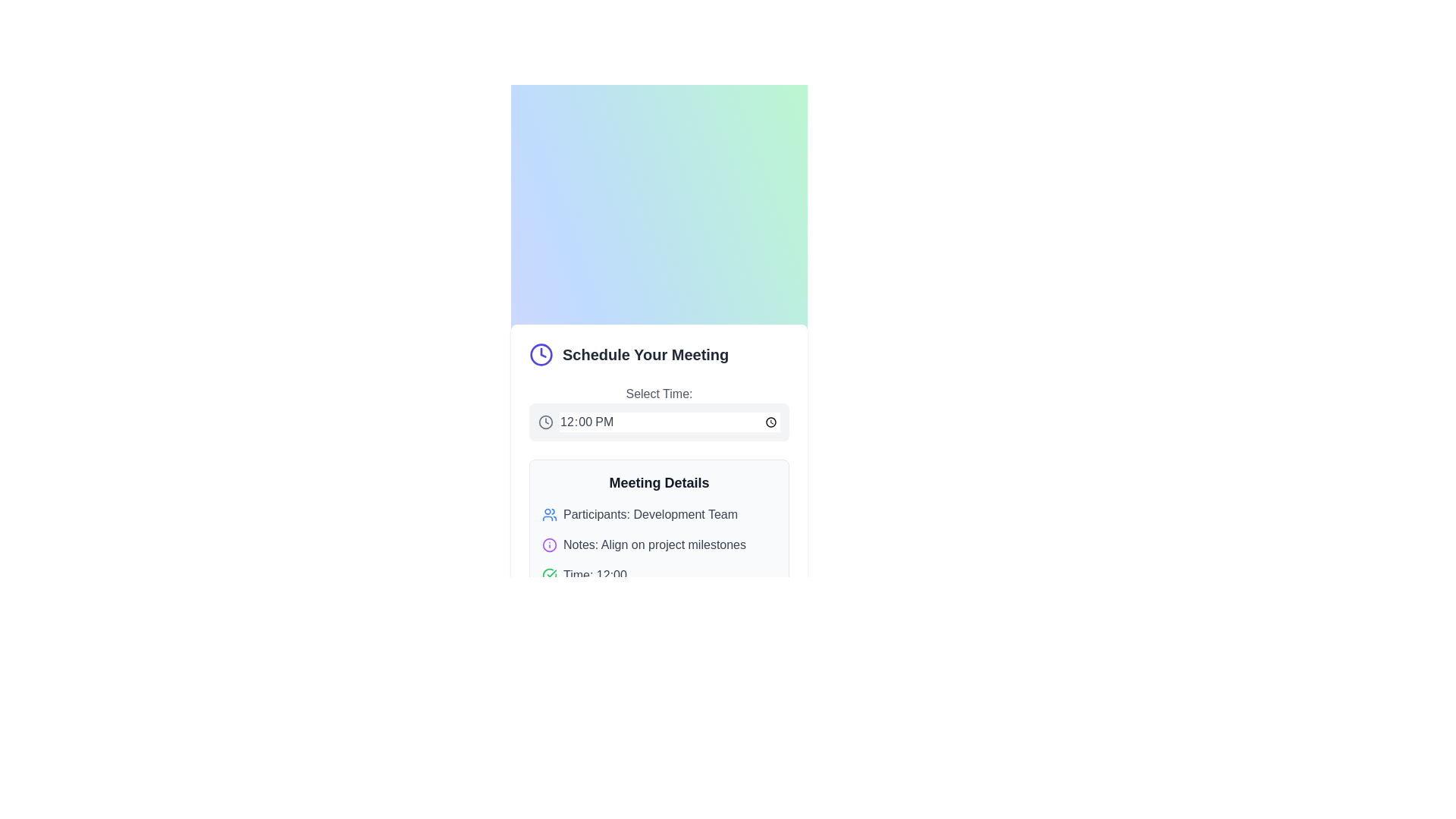  I want to click on information provided by the text label indicating the participants for the scheduled meeting, specifically for the group labeled as the 'Development Team', located in the second row of the 'Meeting Details' section, so click(651, 513).